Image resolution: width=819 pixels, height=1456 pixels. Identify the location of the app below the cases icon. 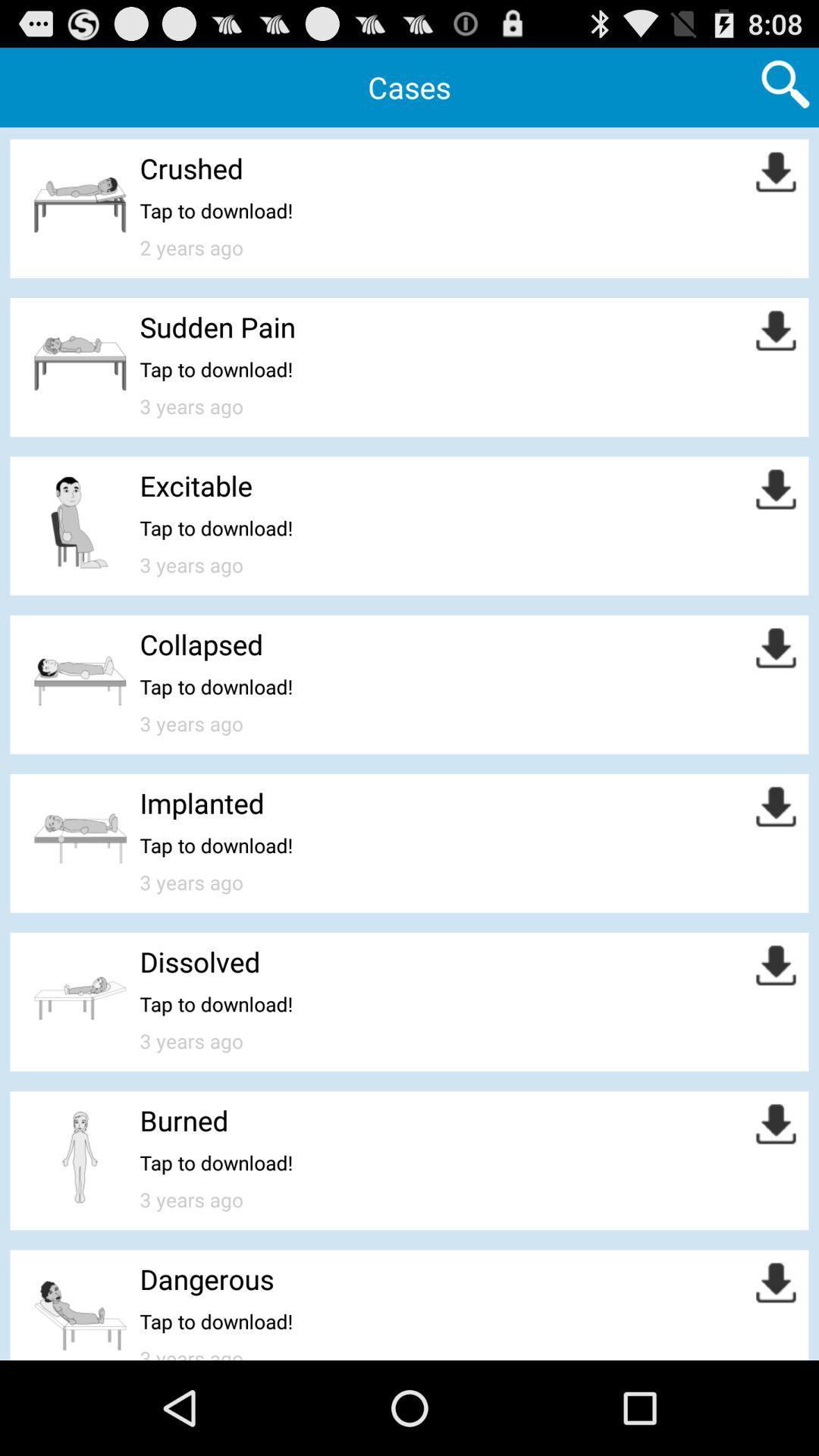
(190, 168).